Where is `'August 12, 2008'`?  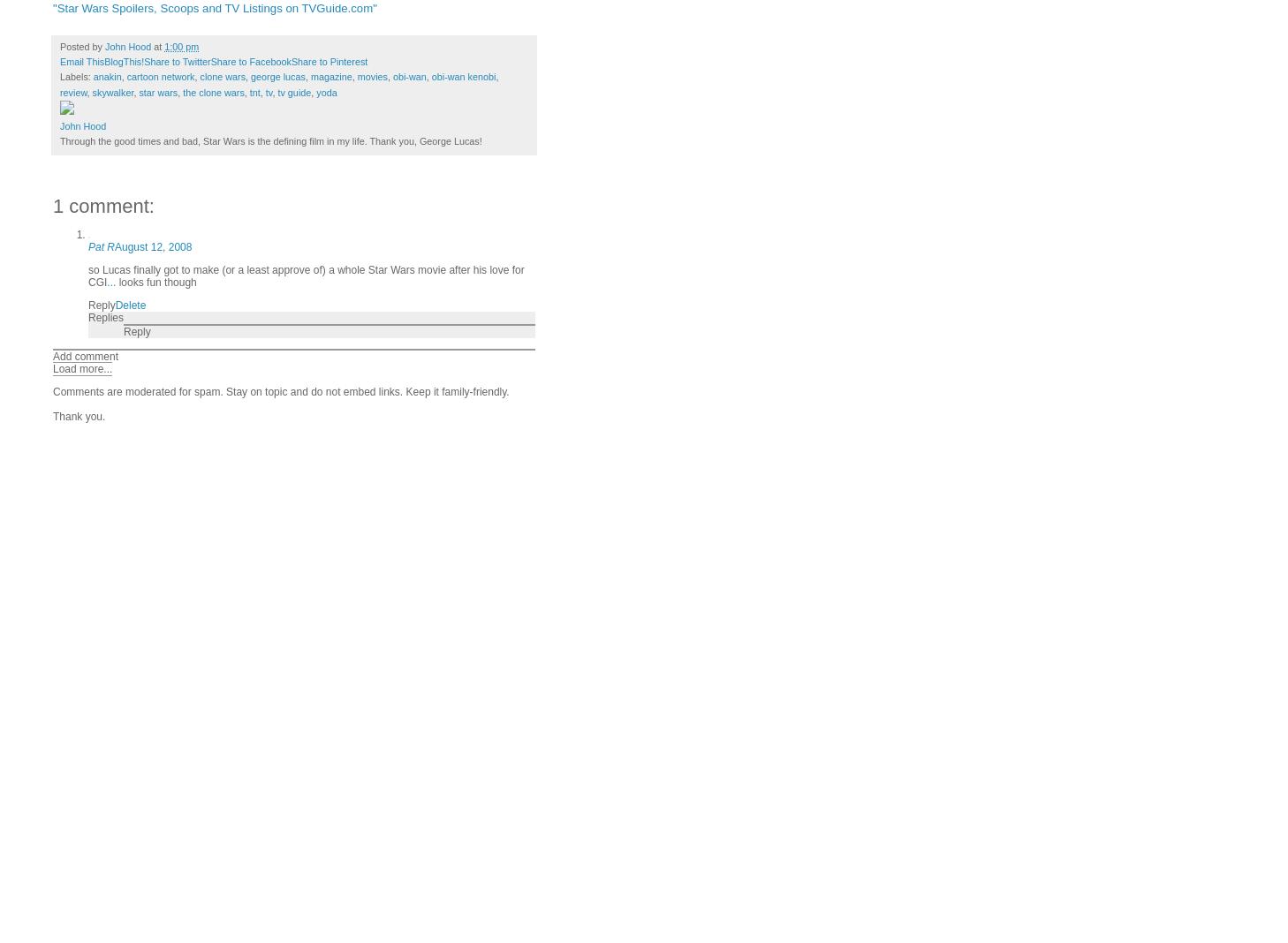
'August 12, 2008' is located at coordinates (152, 245).